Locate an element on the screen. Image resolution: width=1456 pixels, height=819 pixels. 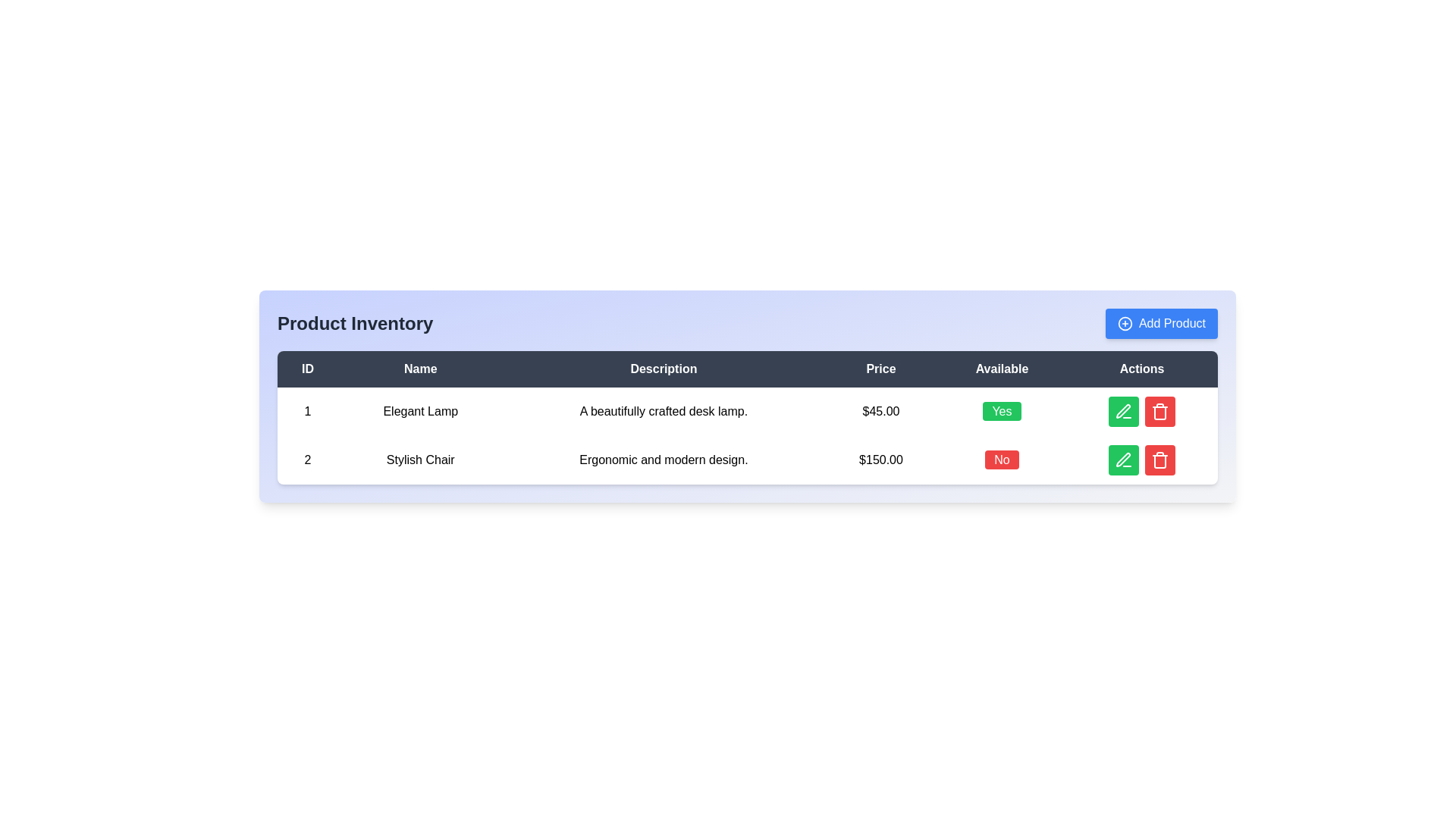
the table cell displaying the text '1' in black on a white background, located in the first row under the 'ID' column is located at coordinates (306, 412).